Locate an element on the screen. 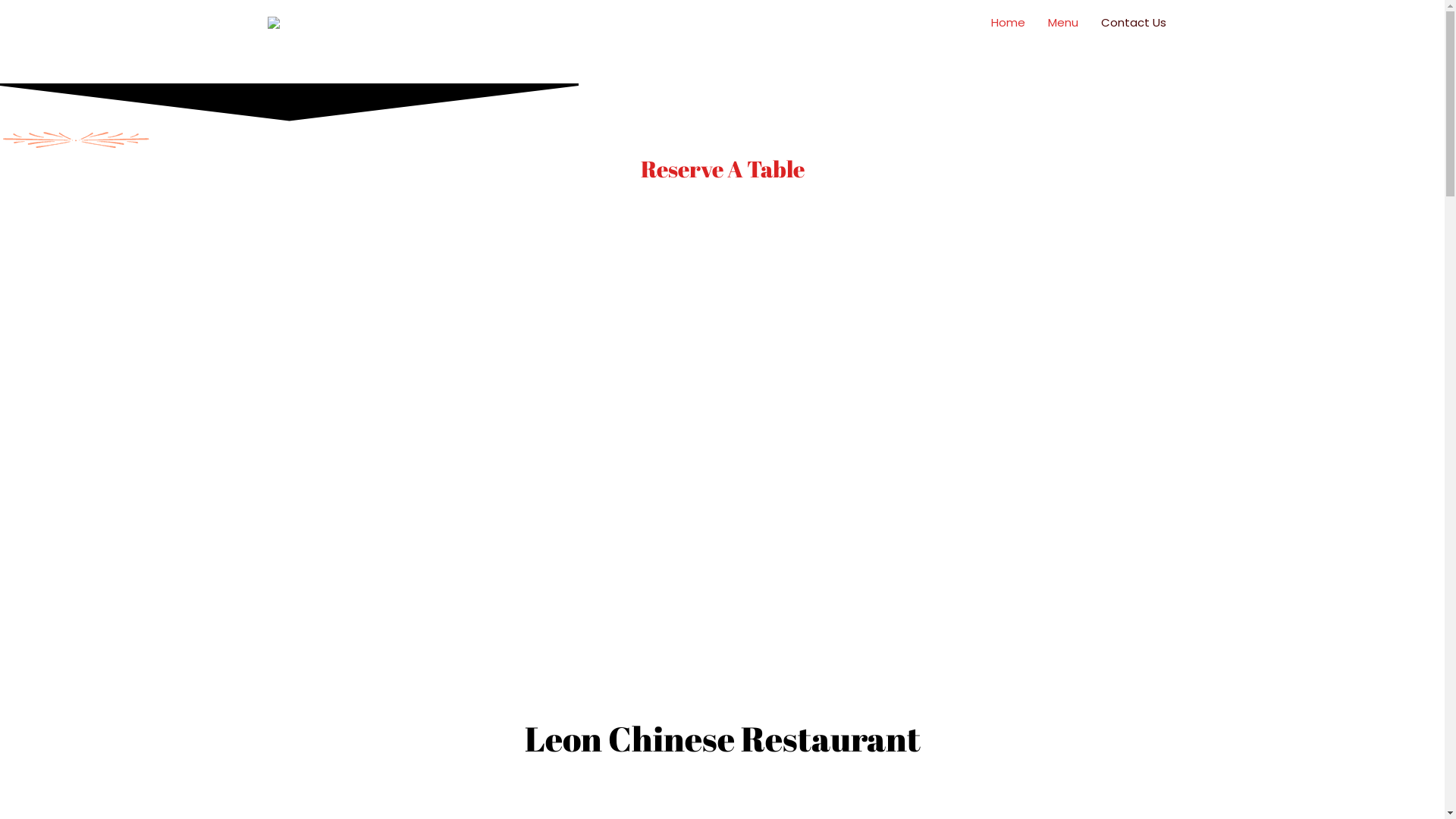 The height and width of the screenshot is (819, 1456). 'Contact Us' is located at coordinates (1132, 23).